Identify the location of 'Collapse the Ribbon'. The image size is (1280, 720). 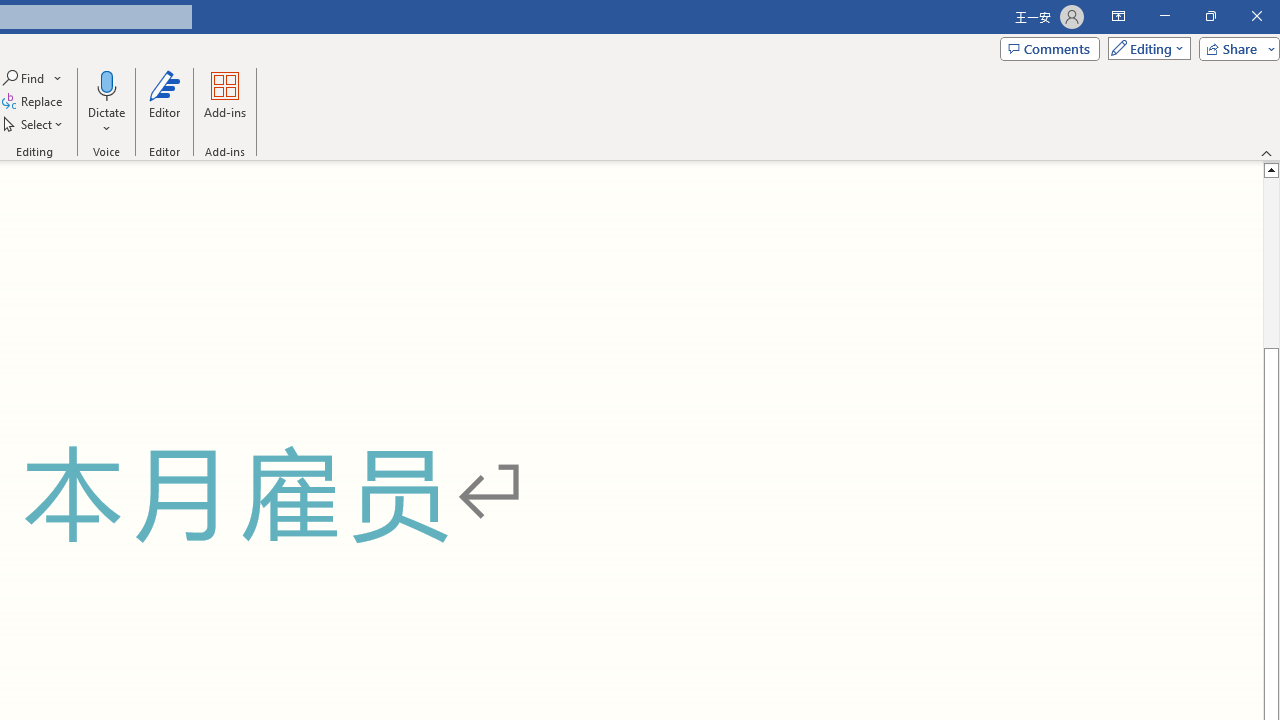
(1266, 152).